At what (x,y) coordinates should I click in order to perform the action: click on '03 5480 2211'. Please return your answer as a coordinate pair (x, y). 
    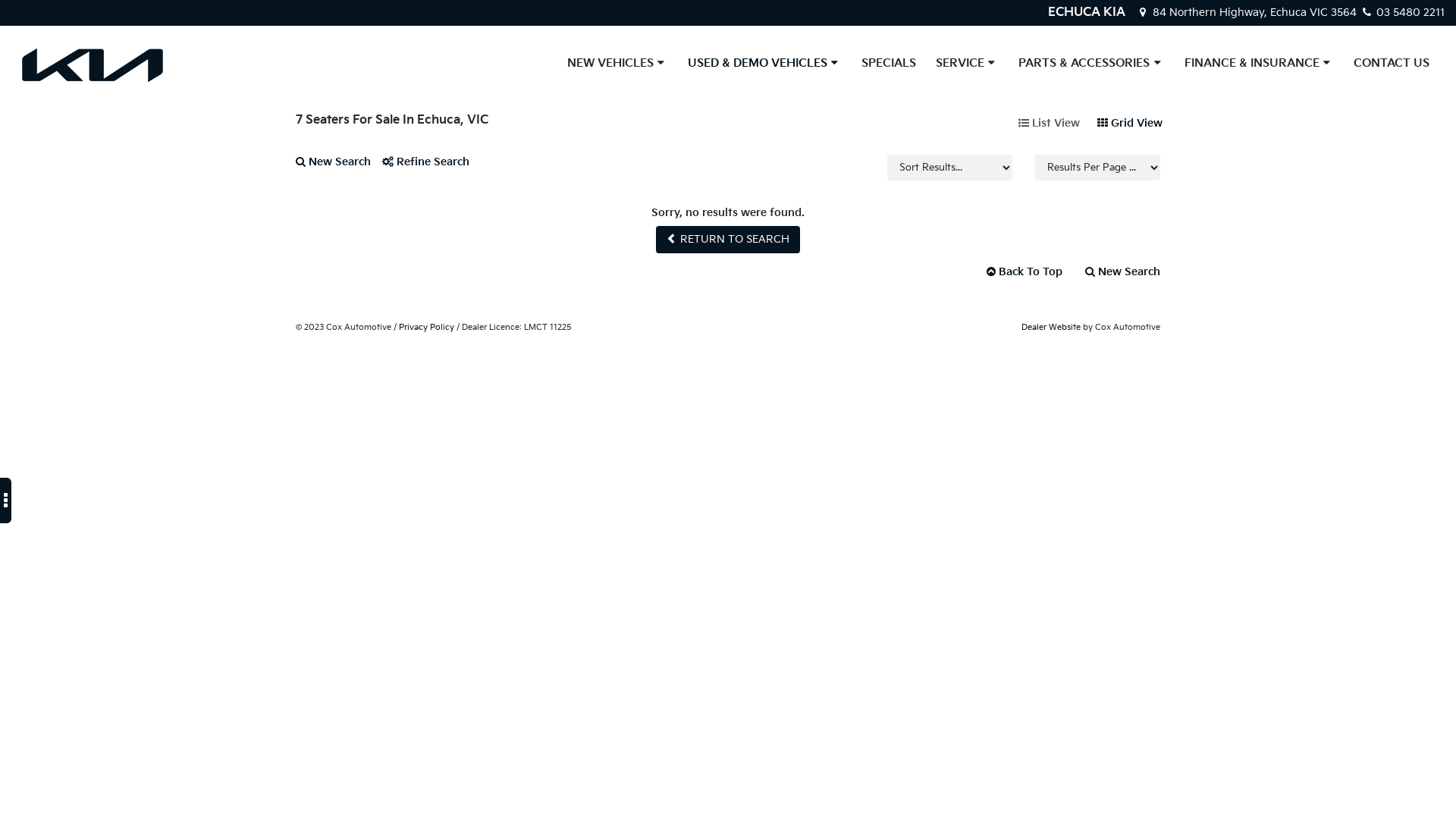
    Looking at the image, I should click on (1401, 12).